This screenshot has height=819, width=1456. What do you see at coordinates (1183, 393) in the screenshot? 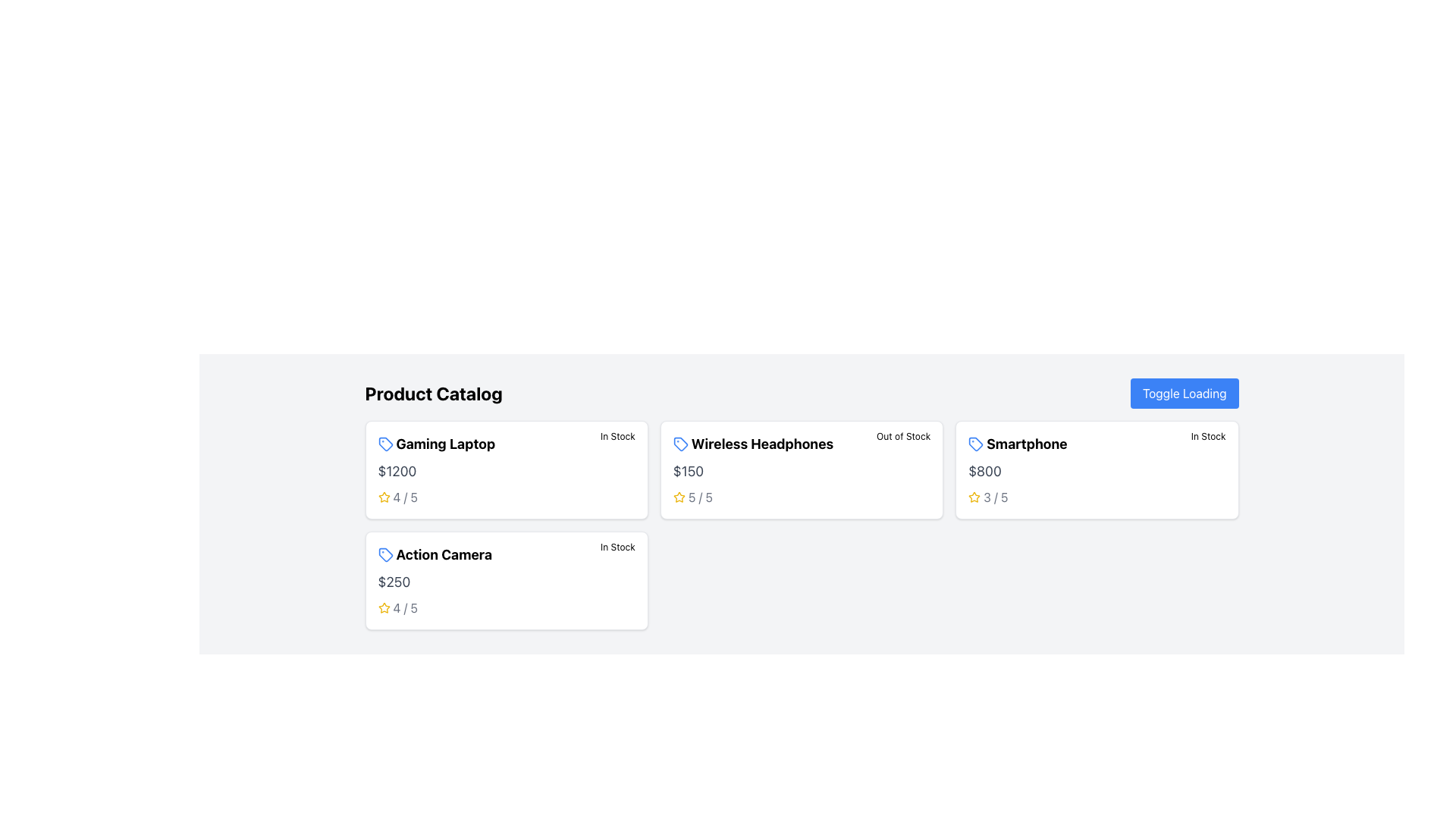
I see `the 'Toggle Loading' button located in the 'Product Catalog' section with a blue background and white text` at bounding box center [1183, 393].